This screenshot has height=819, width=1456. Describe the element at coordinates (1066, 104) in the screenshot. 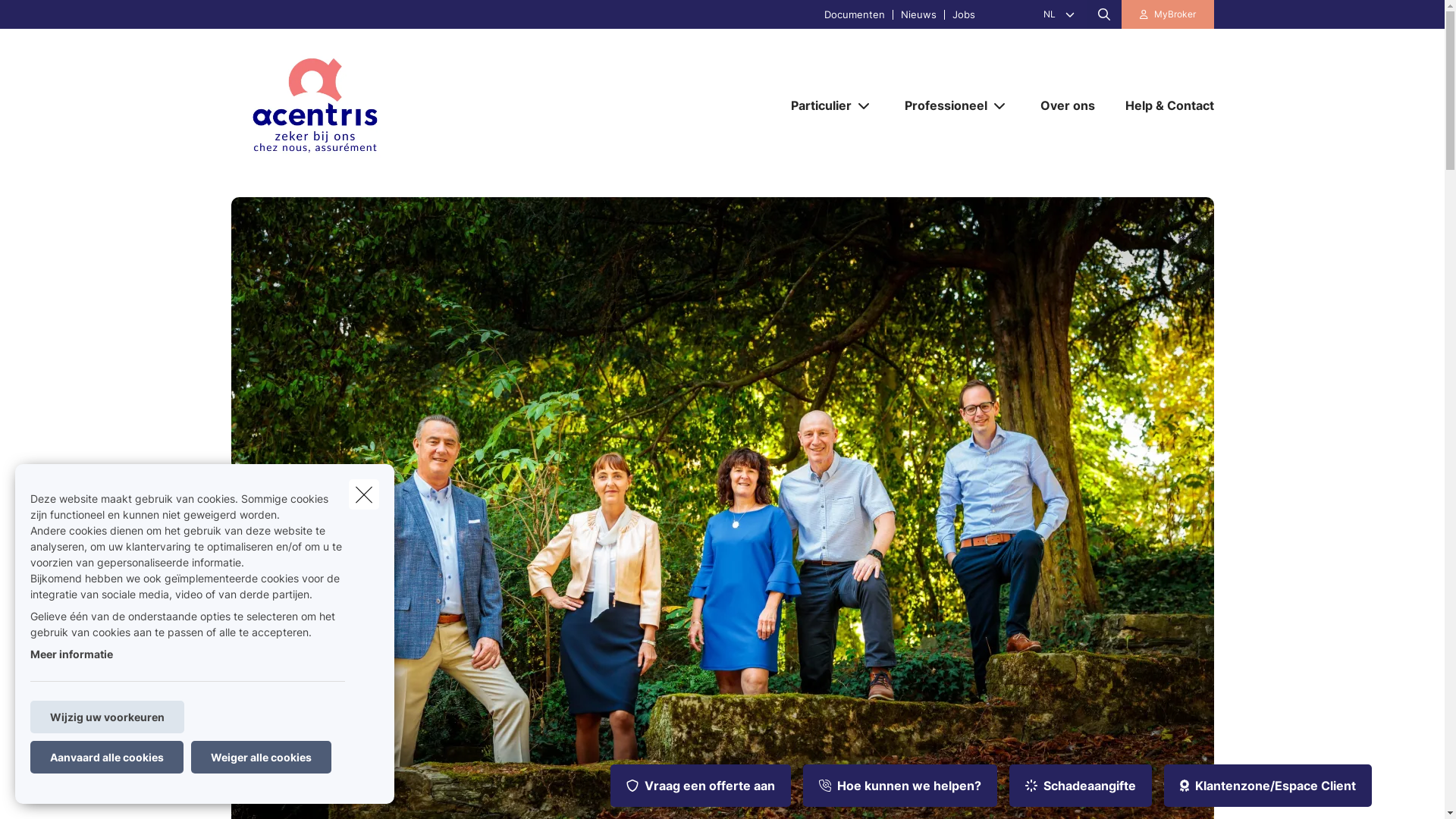

I see `'Over ons'` at that location.